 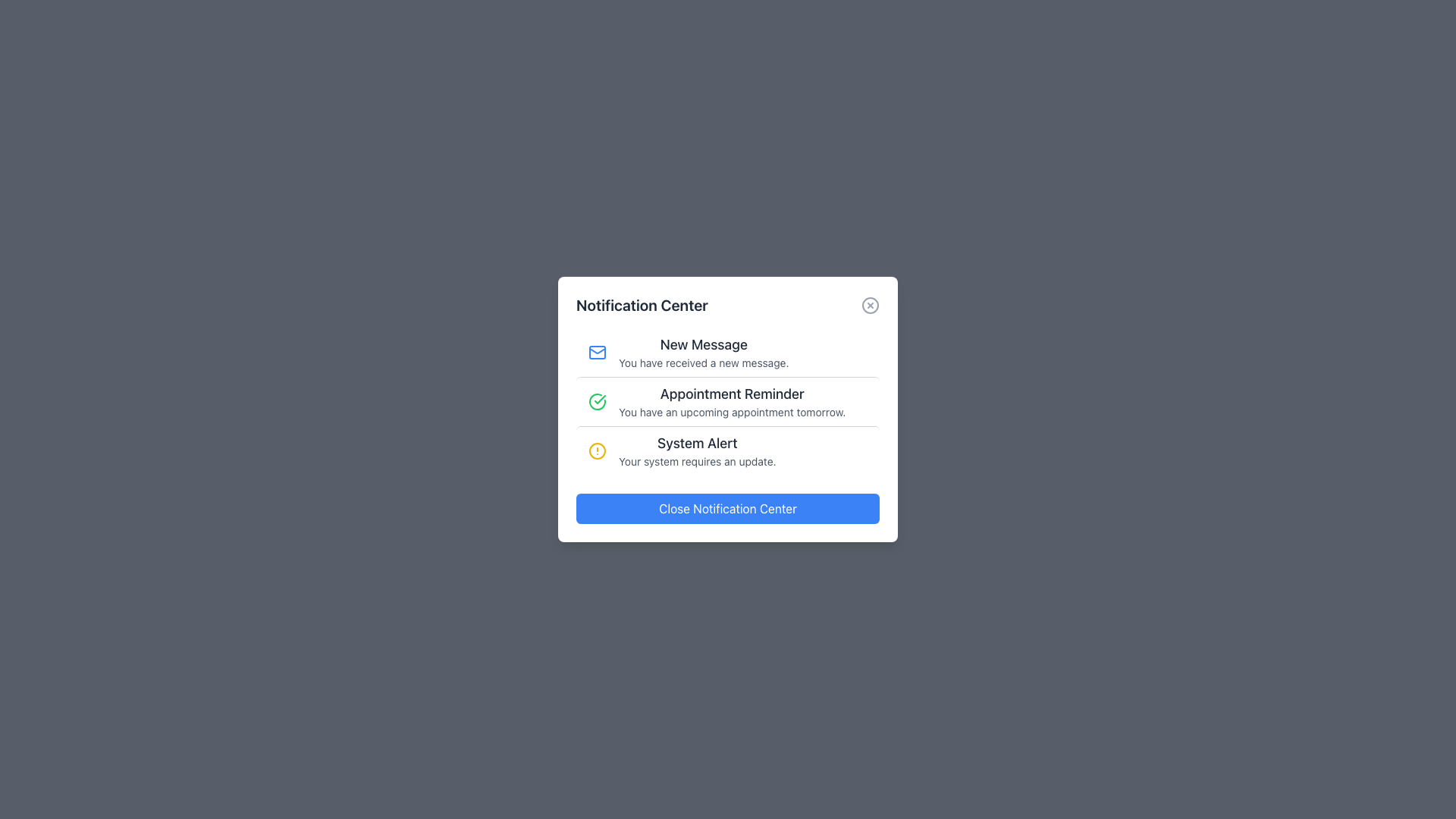 What do you see at coordinates (596, 350) in the screenshot?
I see `the triangular-shaped graphical feature of the envelope icon, which is outlined in blue and located in the upper left section of the notification card` at bounding box center [596, 350].